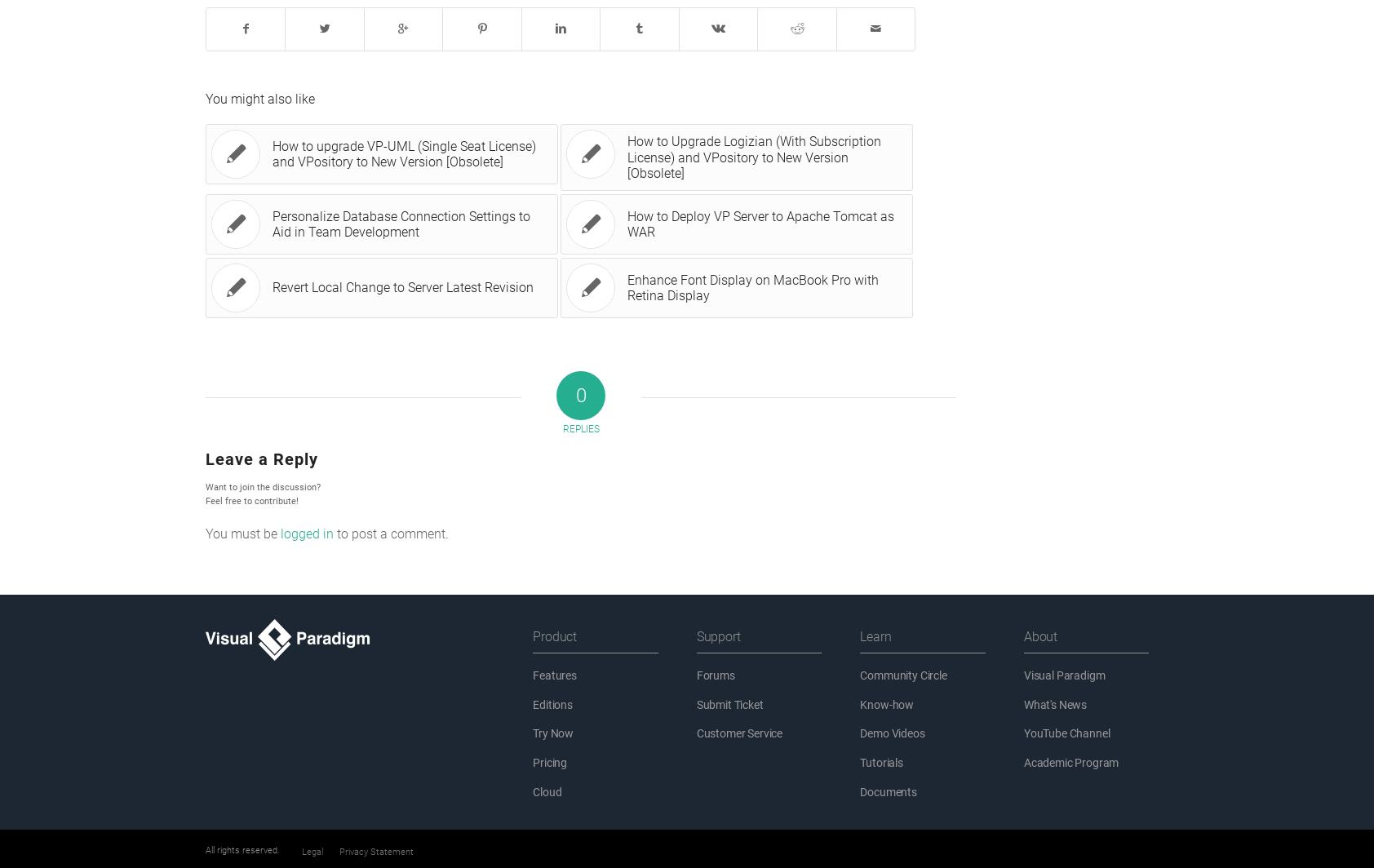 Image resolution: width=1374 pixels, height=868 pixels. What do you see at coordinates (1062, 675) in the screenshot?
I see `'Visual Paradigm'` at bounding box center [1062, 675].